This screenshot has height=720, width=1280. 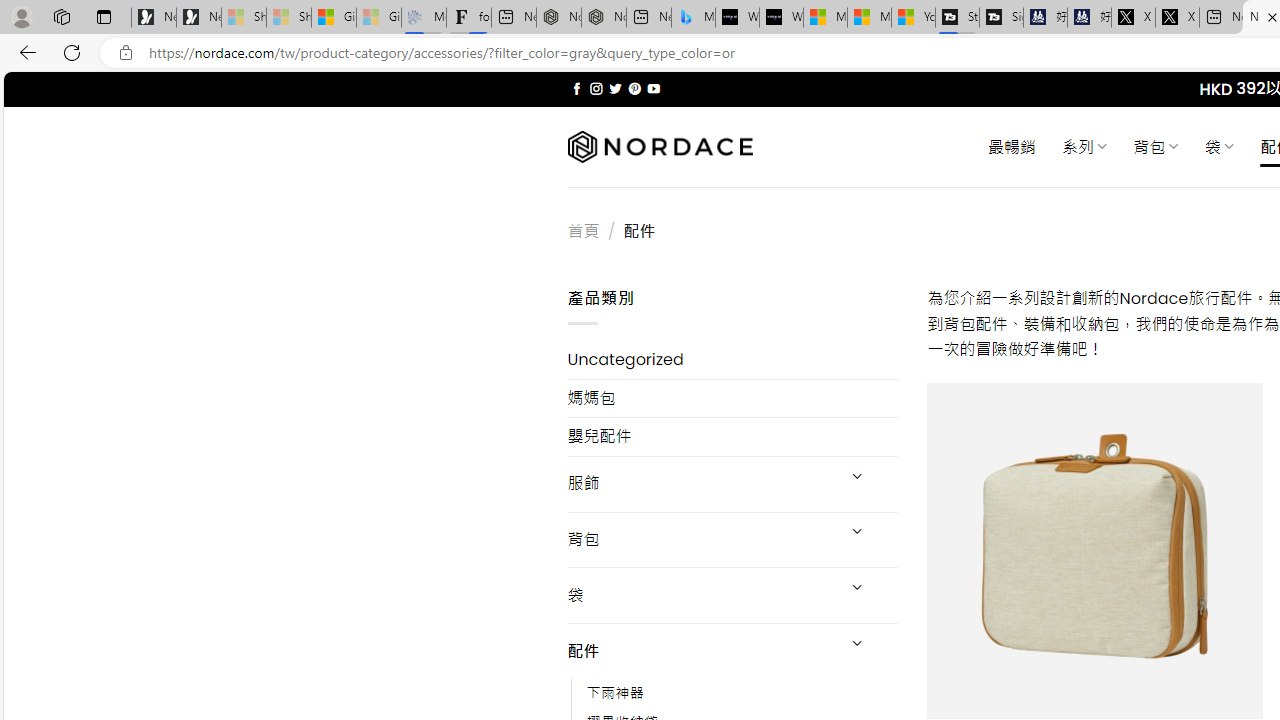 What do you see at coordinates (653, 88) in the screenshot?
I see `'Follow on YouTube'` at bounding box center [653, 88].